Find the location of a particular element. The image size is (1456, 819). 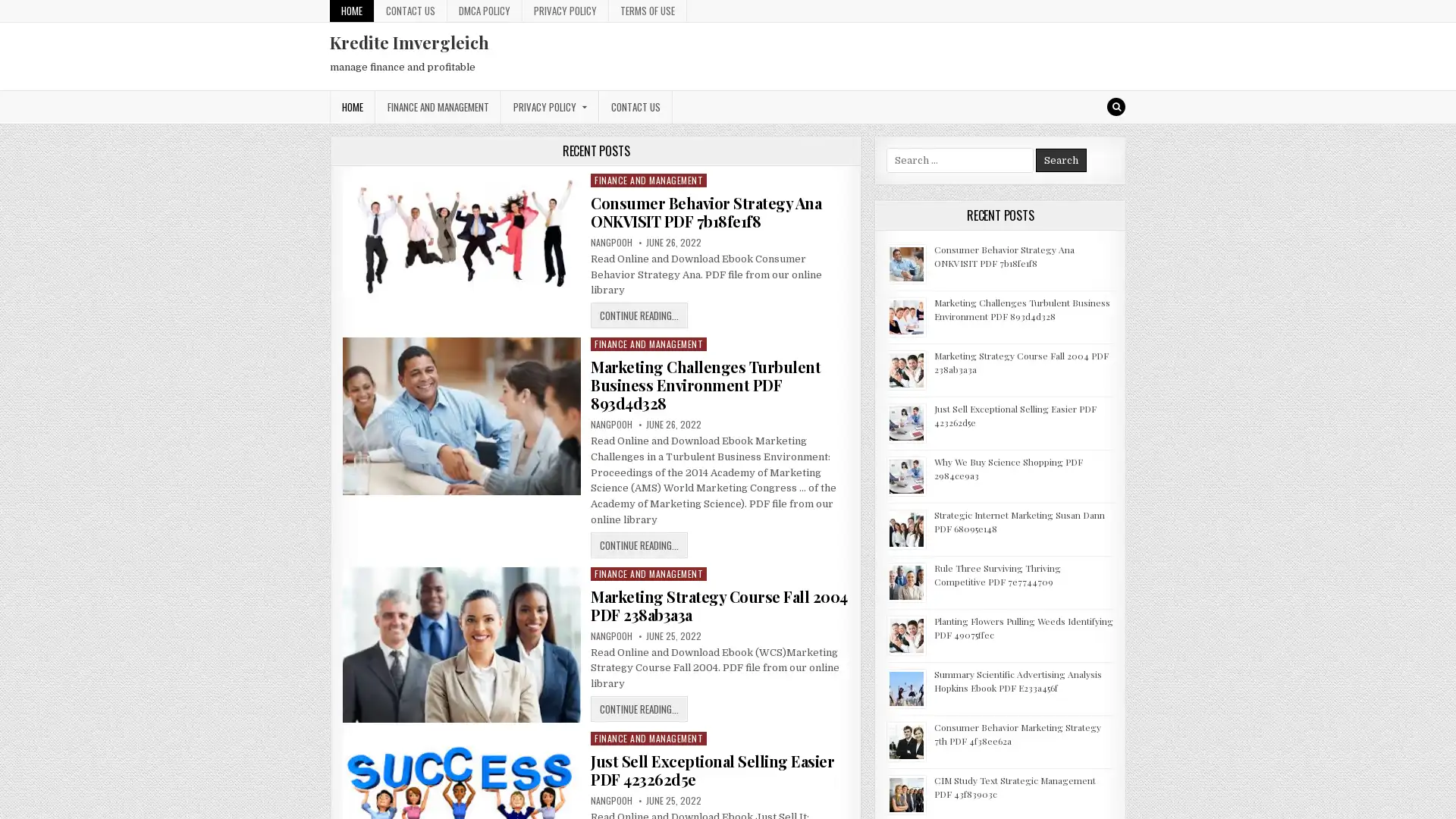

Search is located at coordinates (1060, 160).